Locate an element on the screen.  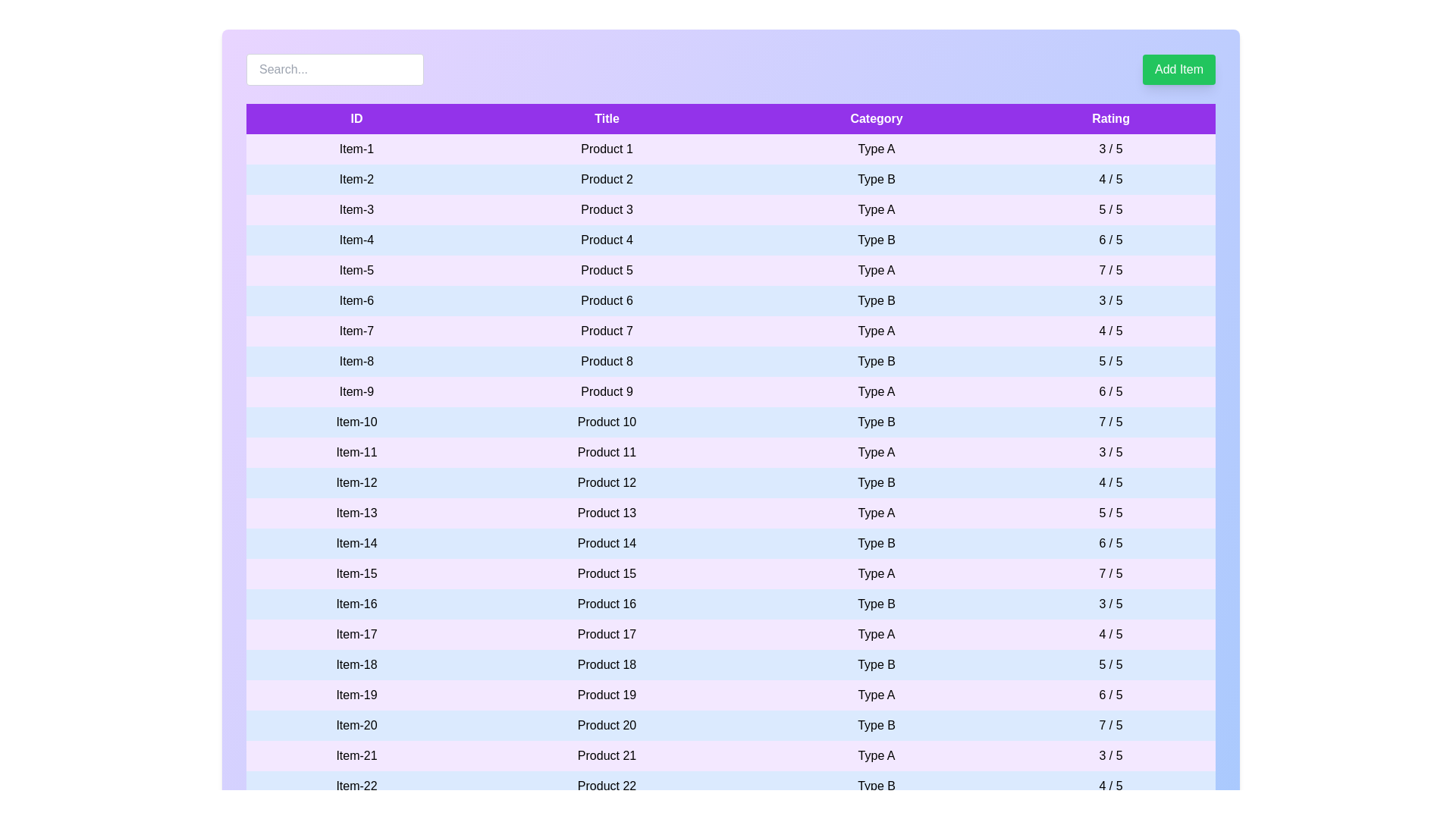
the table header labeled Rating to sort the column is located at coordinates (1110, 118).